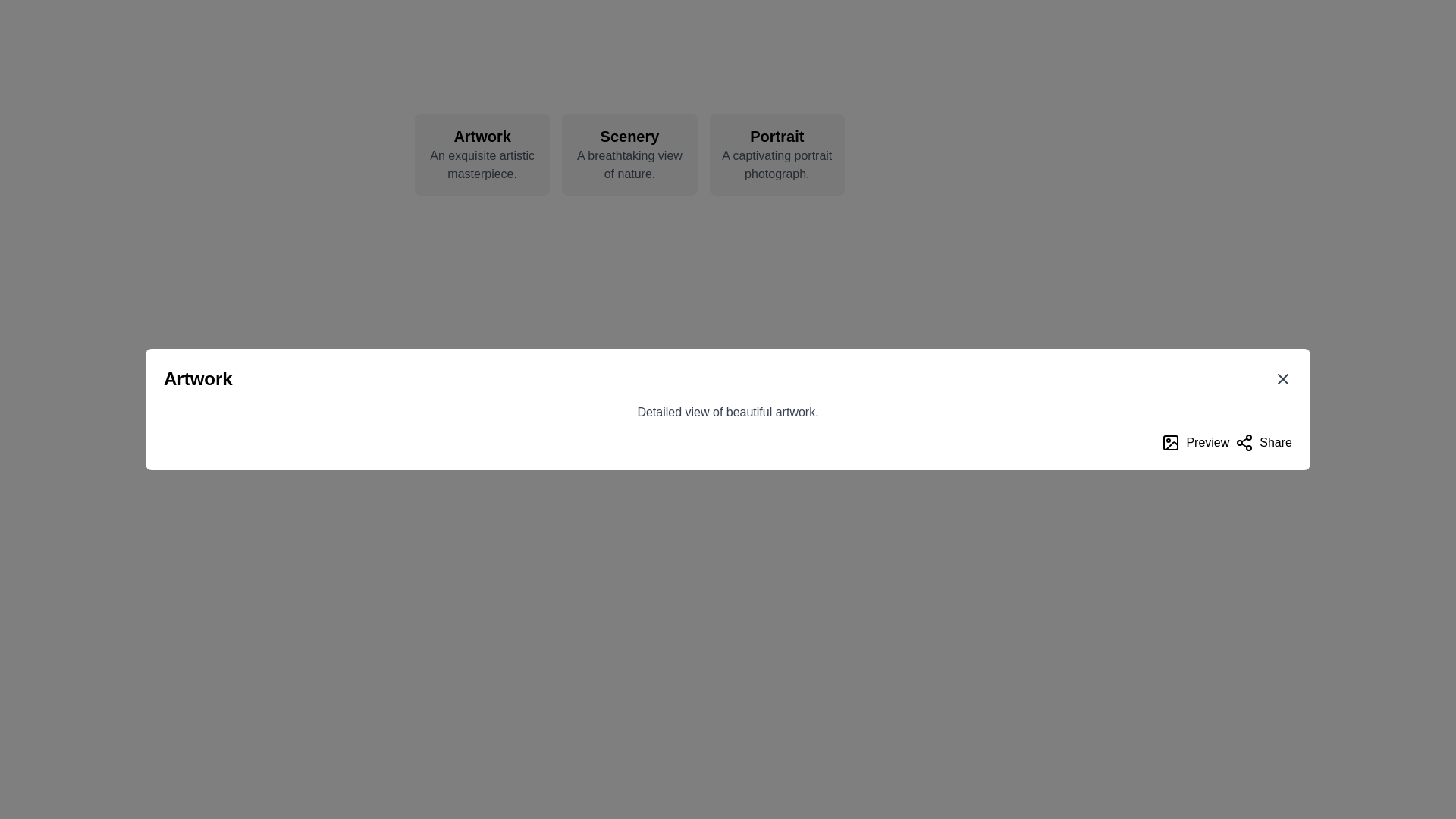  What do you see at coordinates (629, 165) in the screenshot?
I see `the descriptive text label located directly below the title 'Scenery' to possibly see a tooltip` at bounding box center [629, 165].